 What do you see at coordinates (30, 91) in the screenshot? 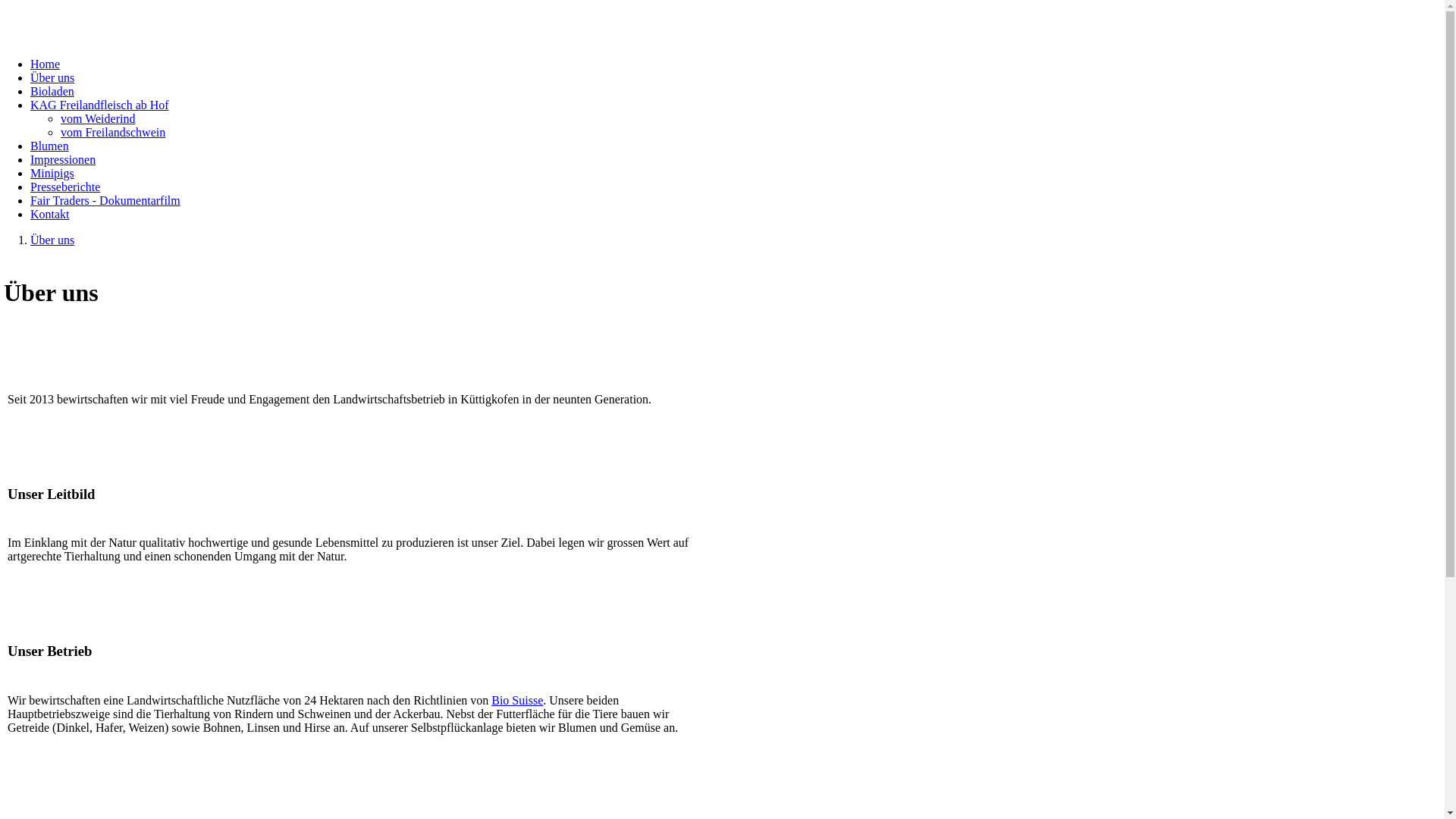
I see `'Bioladen'` at bounding box center [30, 91].